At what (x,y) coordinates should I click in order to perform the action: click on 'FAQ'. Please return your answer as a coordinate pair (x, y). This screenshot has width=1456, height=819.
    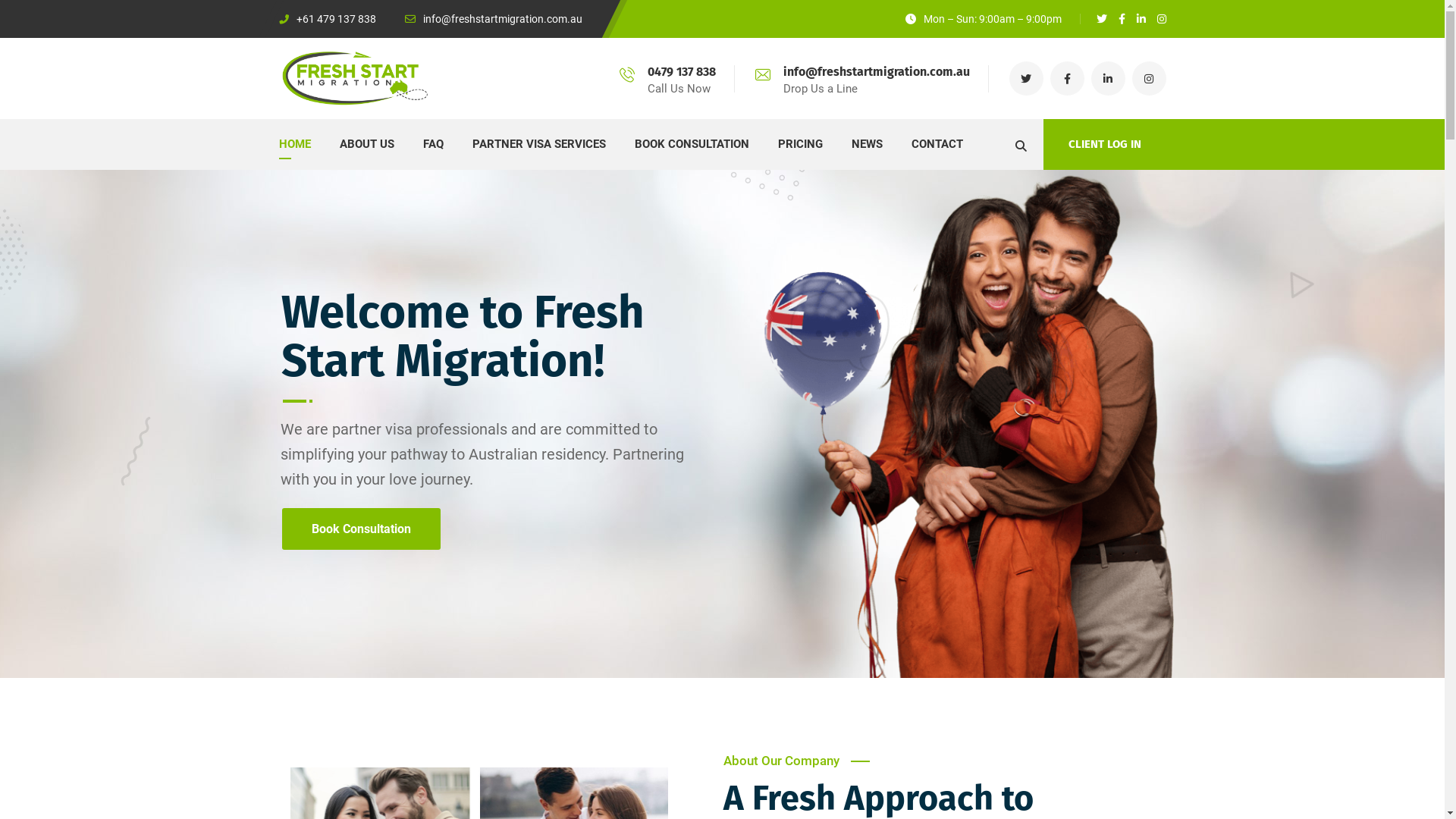
    Looking at the image, I should click on (432, 144).